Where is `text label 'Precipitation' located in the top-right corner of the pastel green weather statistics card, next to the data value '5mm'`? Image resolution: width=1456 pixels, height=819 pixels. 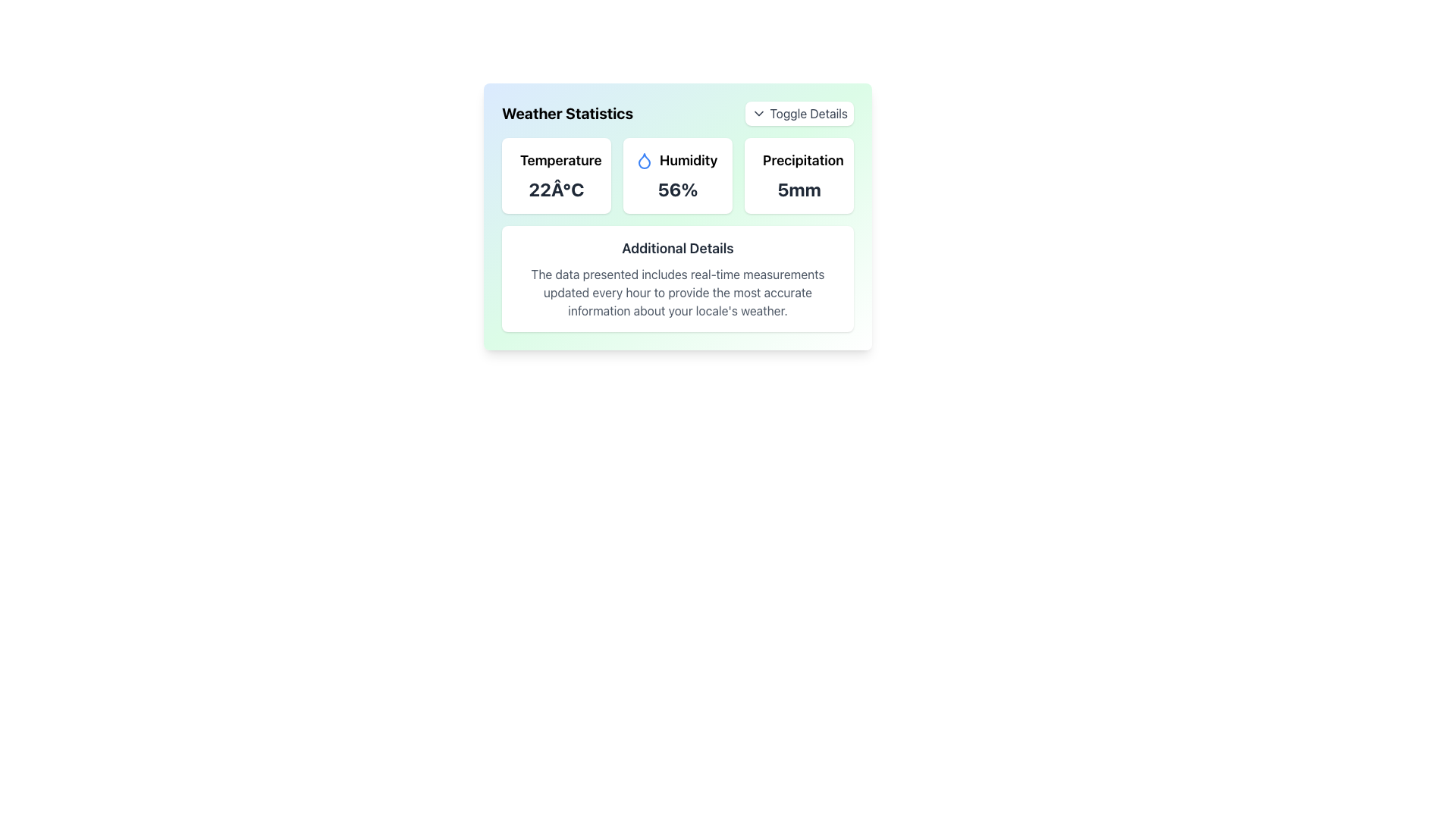
text label 'Precipitation' located in the top-right corner of the pastel green weather statistics card, next to the data value '5mm' is located at coordinates (802, 161).